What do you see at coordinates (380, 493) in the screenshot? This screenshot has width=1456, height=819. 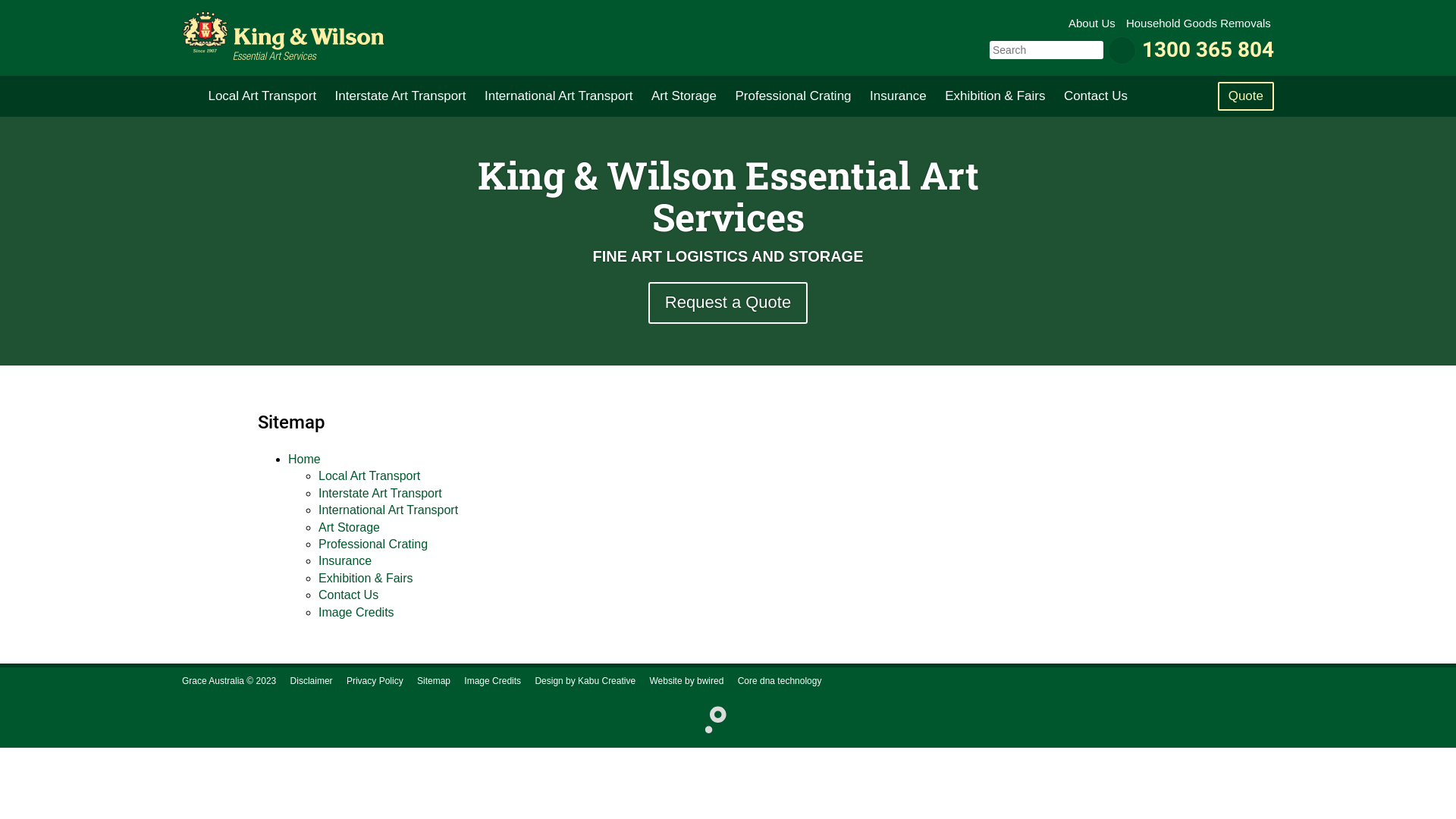 I see `'Interstate Art Transport'` at bounding box center [380, 493].